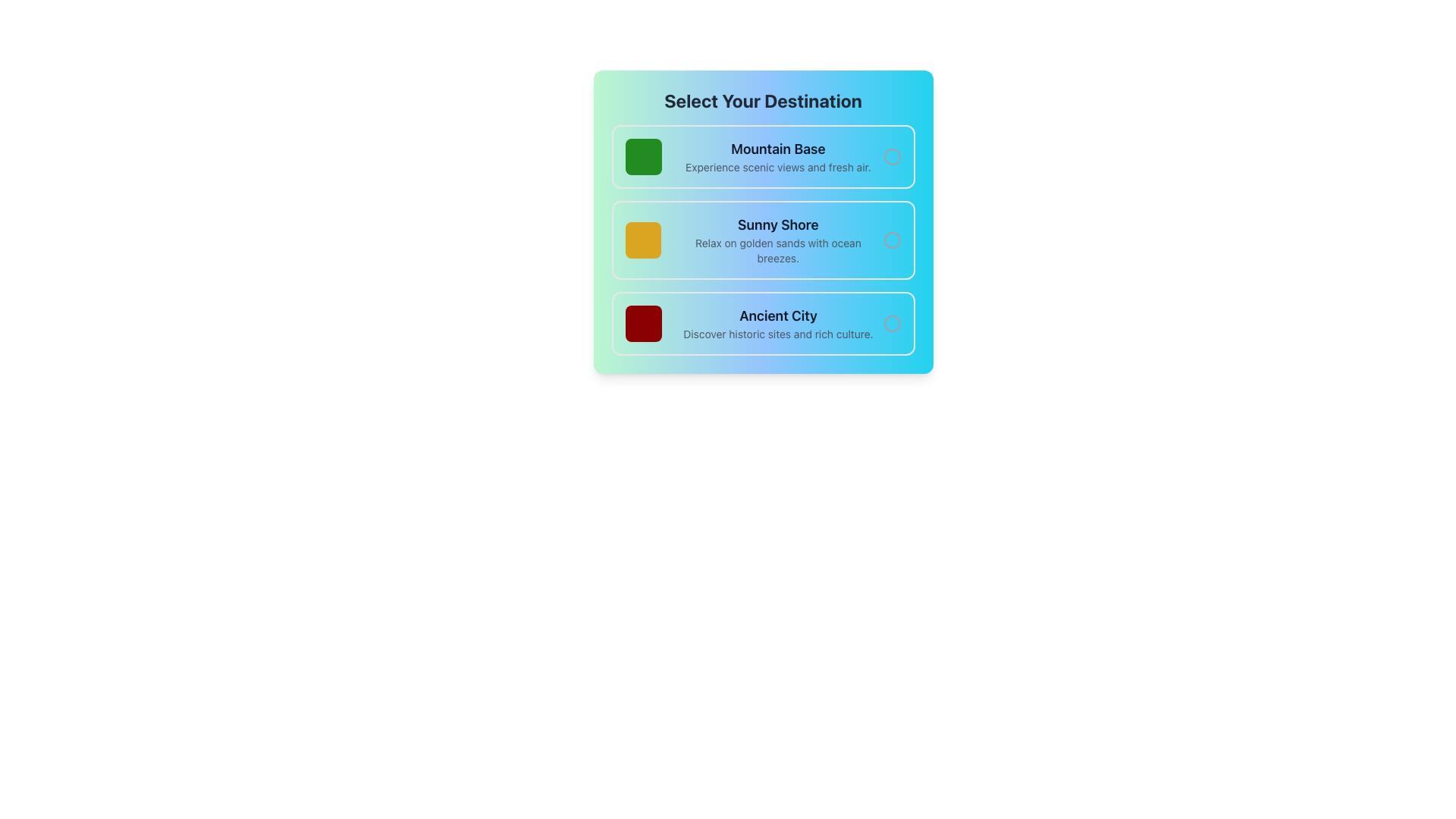  I want to click on information displayed in the card labeled 'Sunny Shore', which contains details about relaxing on golden sands with ocean breezes, so click(778, 239).